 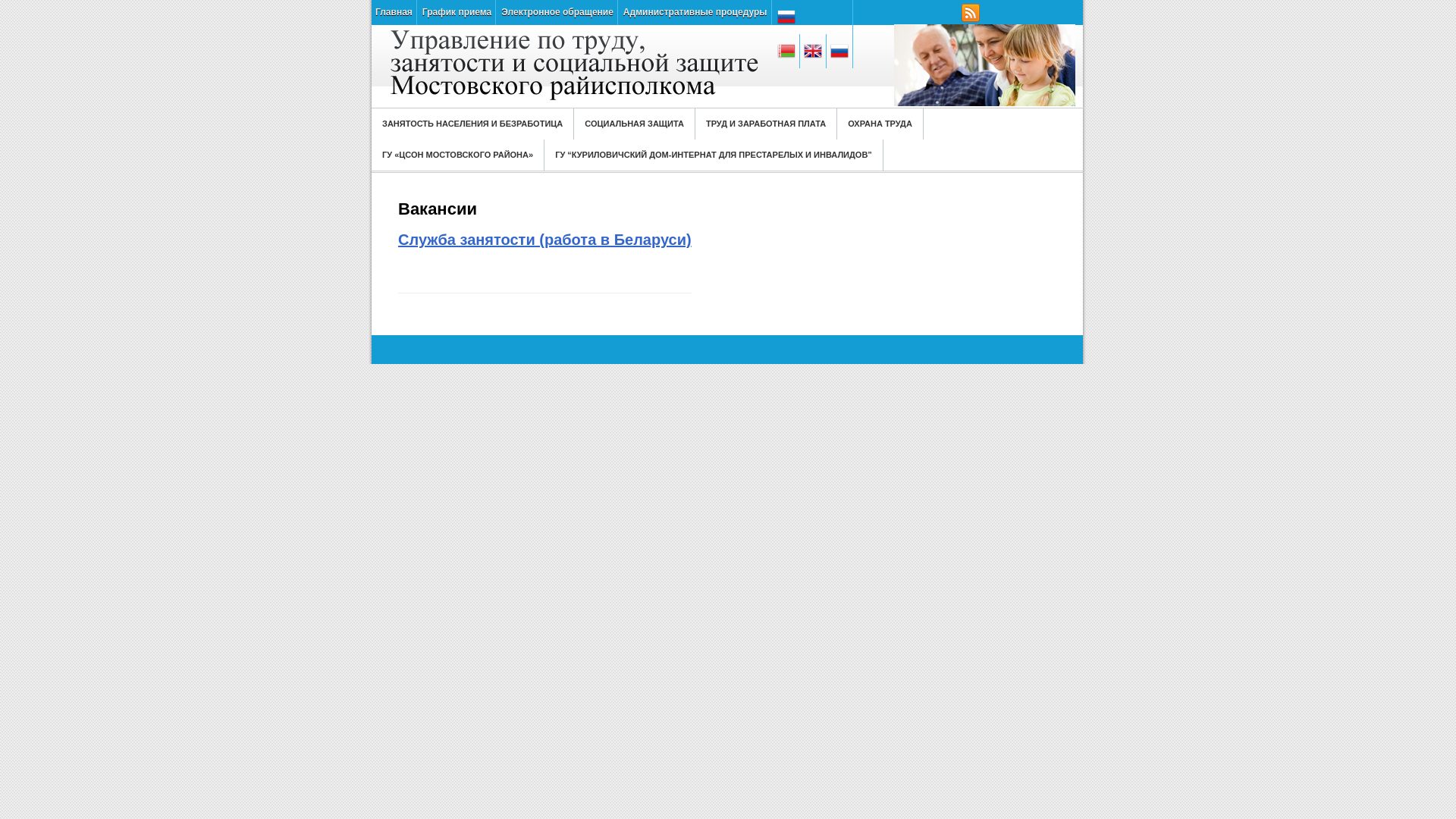 I want to click on 'Russian', so click(x=839, y=50).